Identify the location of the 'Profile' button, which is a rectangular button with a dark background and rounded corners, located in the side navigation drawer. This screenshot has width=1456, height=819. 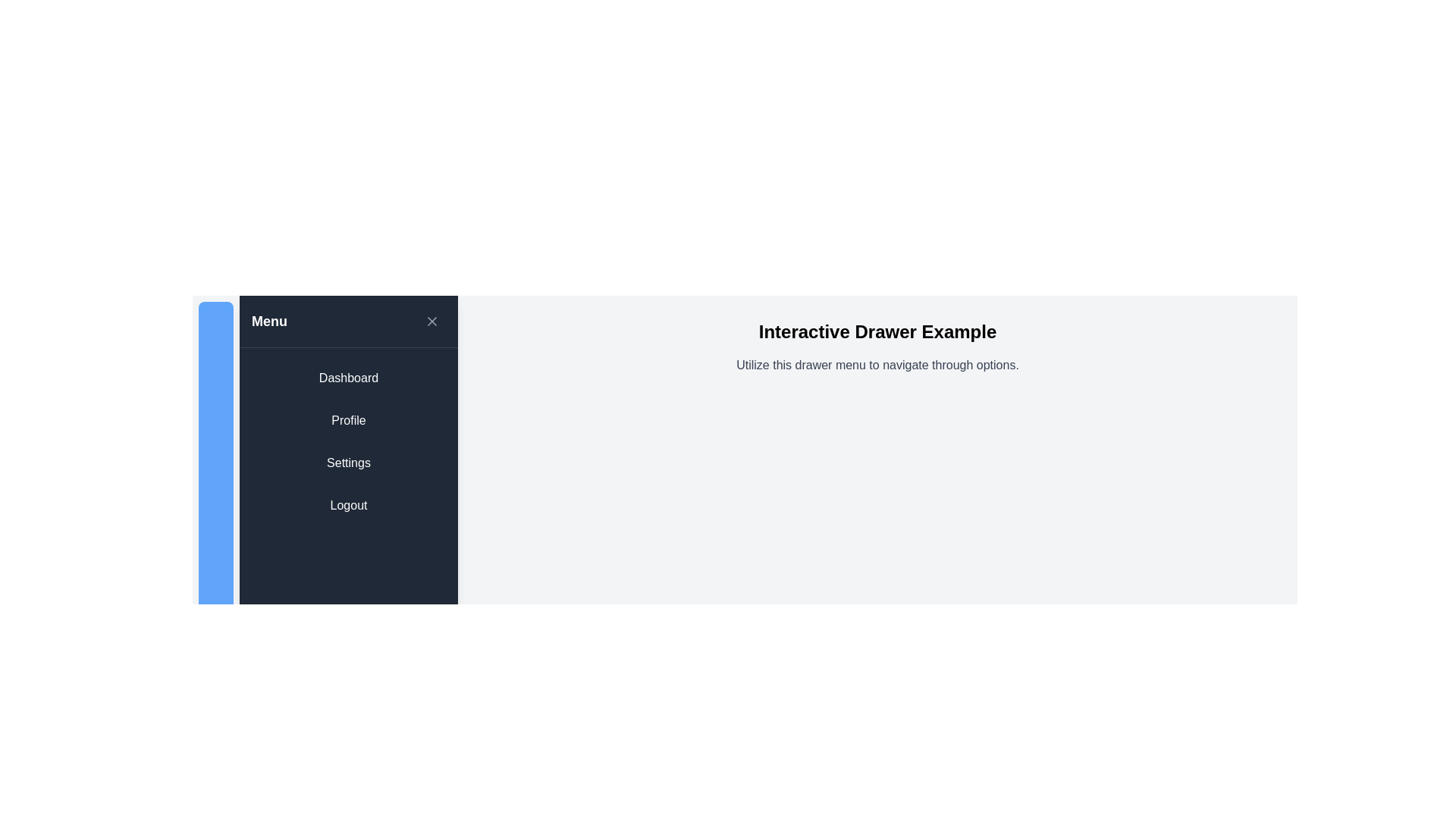
(348, 421).